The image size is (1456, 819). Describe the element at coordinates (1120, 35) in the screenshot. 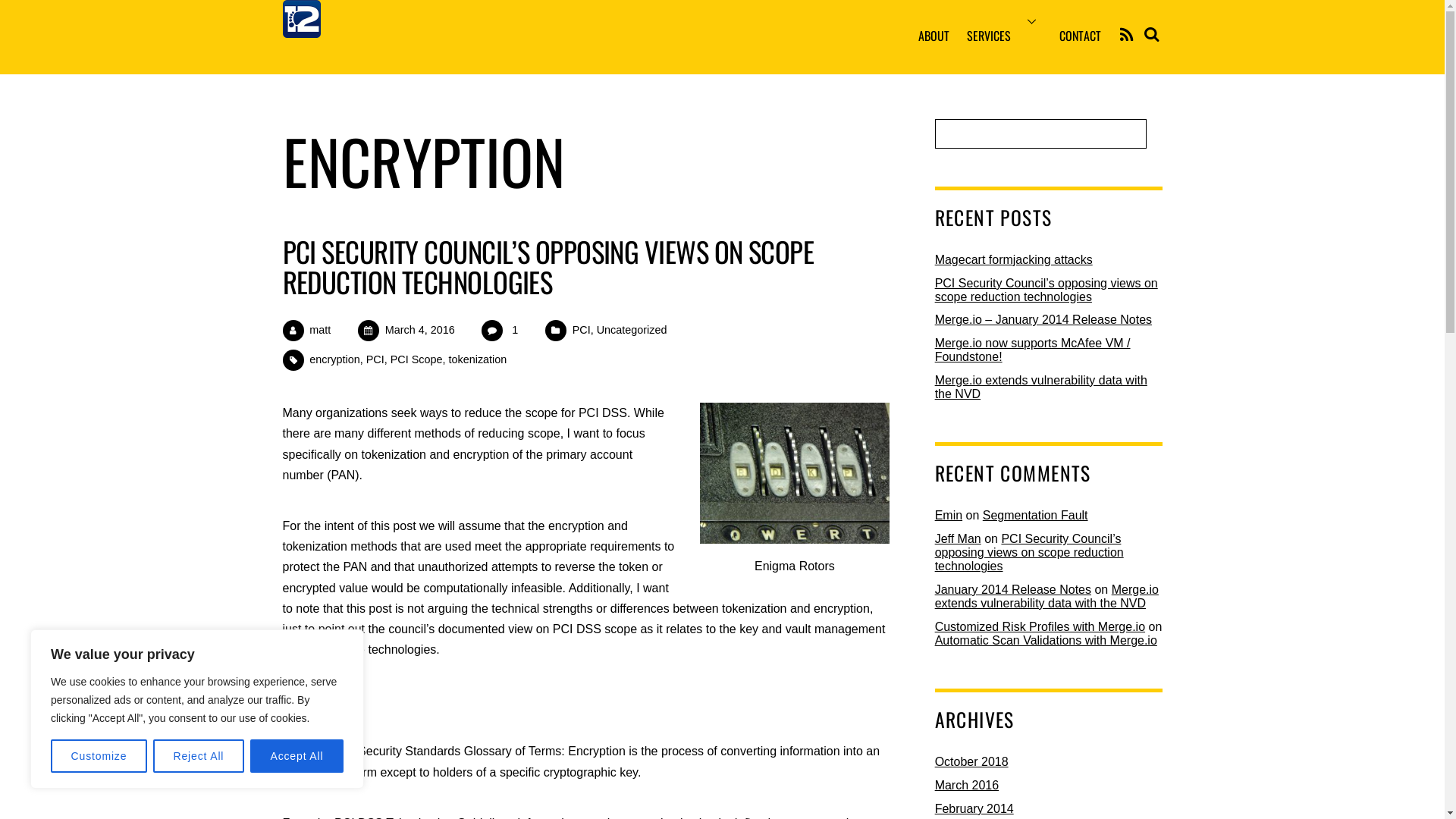

I see `'RSS'` at that location.